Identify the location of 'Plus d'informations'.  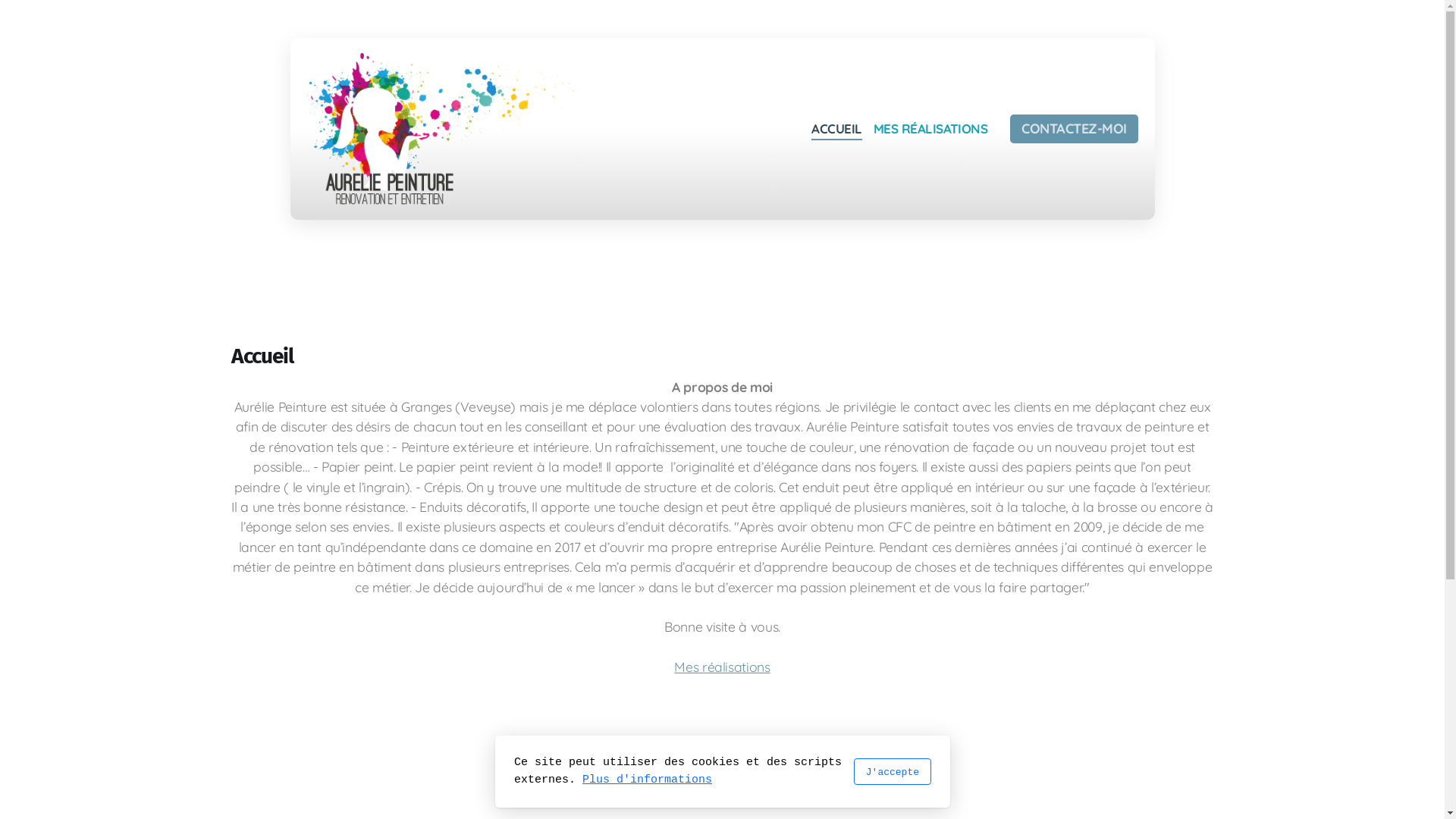
(647, 780).